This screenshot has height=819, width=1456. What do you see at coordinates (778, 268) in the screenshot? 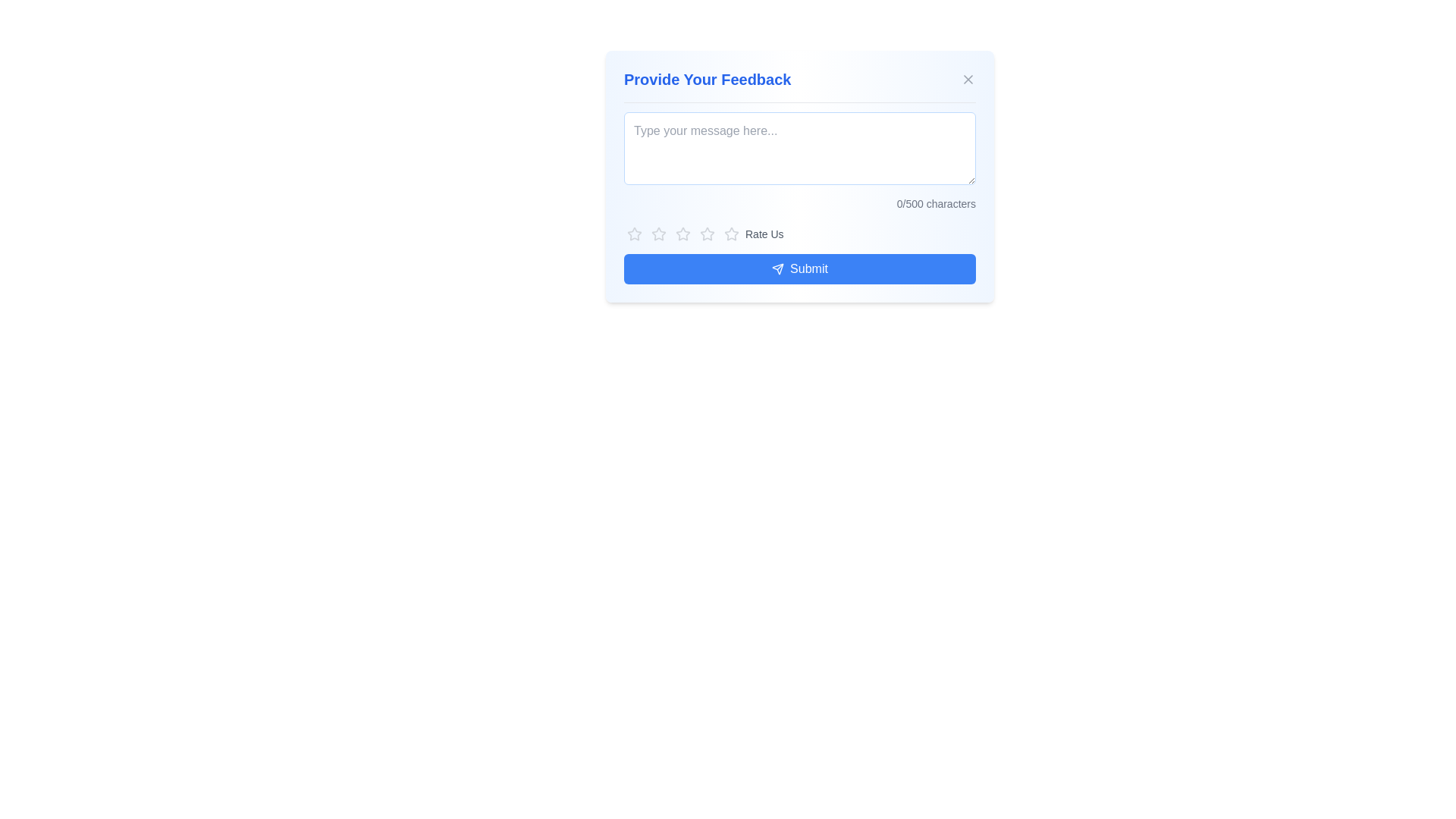
I see `the icon embedded within the 'Submit' button, located at the right-hand side of the button, which visually indicates the function of submitting data` at bounding box center [778, 268].